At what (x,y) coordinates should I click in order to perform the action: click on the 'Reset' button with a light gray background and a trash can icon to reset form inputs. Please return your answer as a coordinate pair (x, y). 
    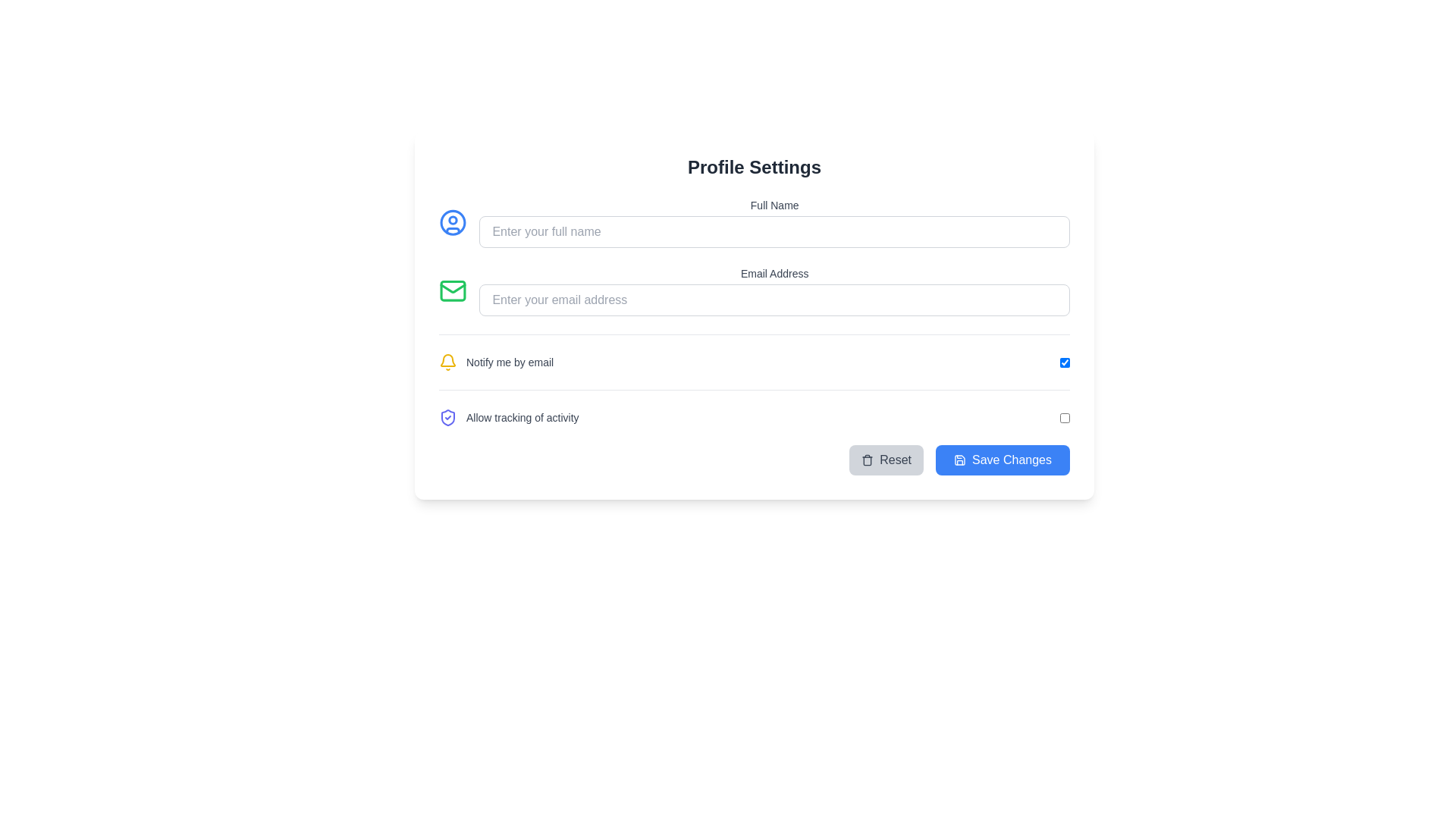
    Looking at the image, I should click on (886, 459).